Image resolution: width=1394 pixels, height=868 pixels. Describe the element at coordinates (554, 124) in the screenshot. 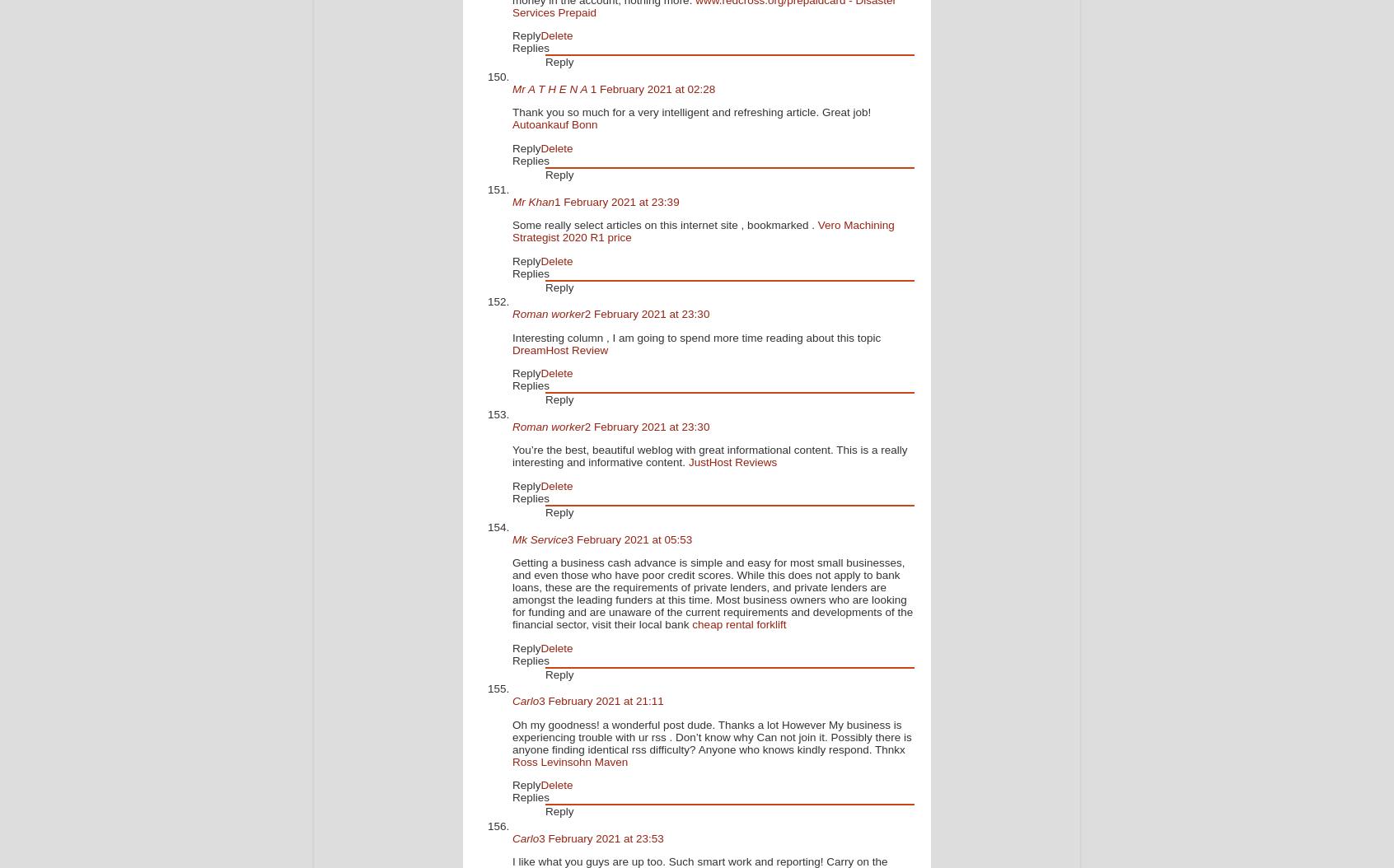

I see `'Autoankauf Bonn'` at that location.